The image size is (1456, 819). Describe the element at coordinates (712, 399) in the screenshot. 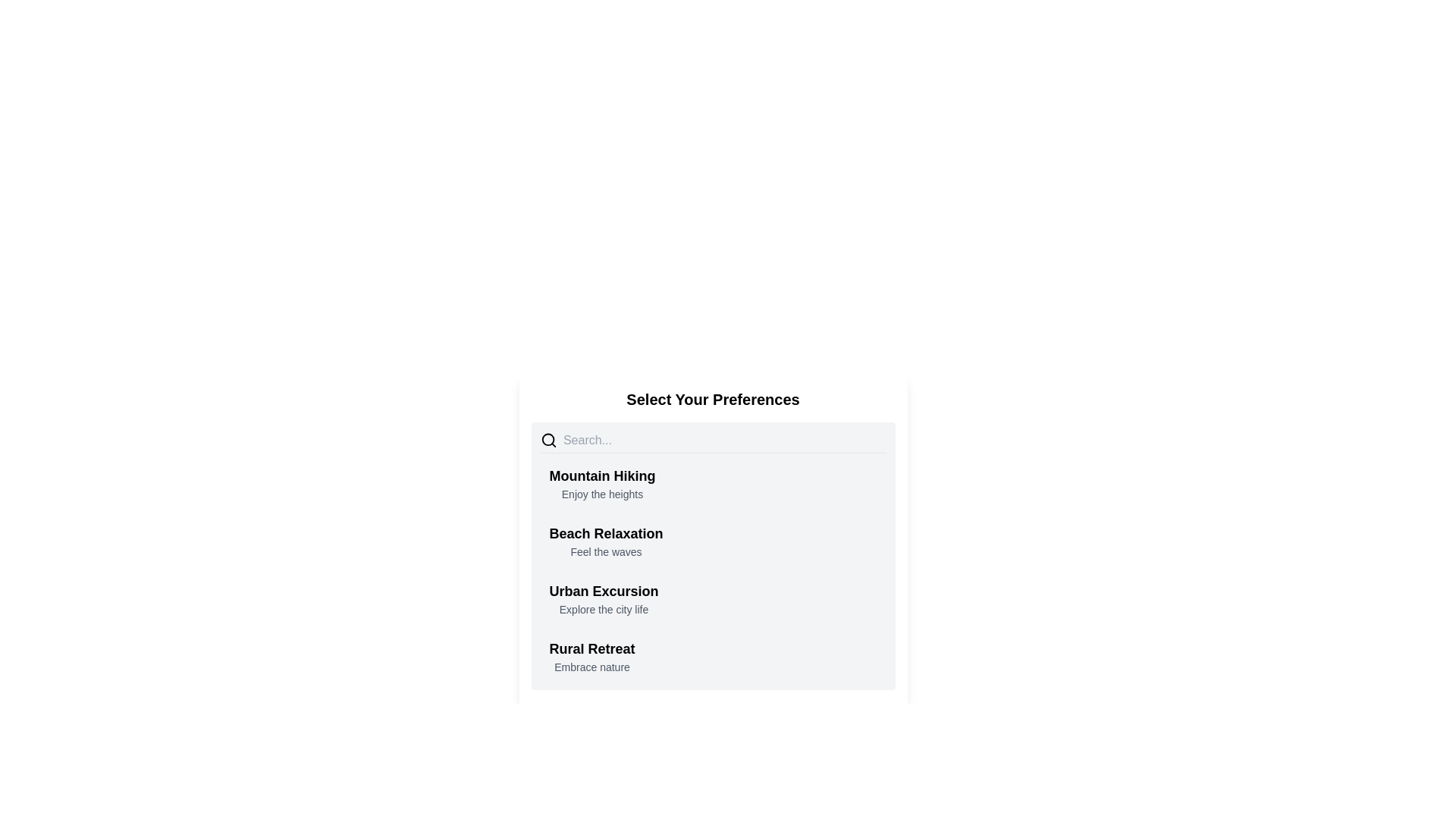

I see `the Header text that serves as the title for the preferences selection section, located above the search bar within a white, centered card` at that location.